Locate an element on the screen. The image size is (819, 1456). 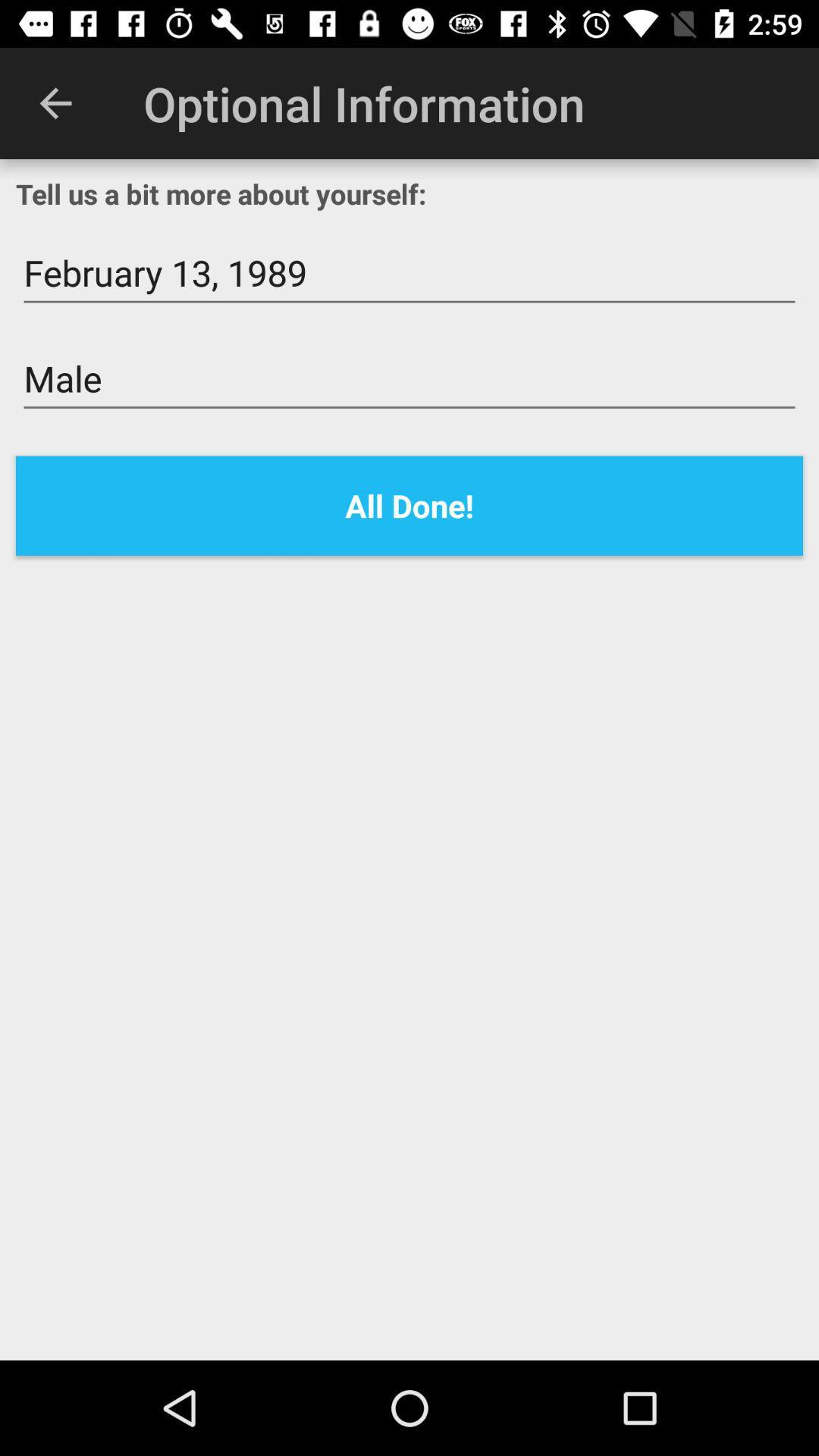
all done! item is located at coordinates (409, 506).